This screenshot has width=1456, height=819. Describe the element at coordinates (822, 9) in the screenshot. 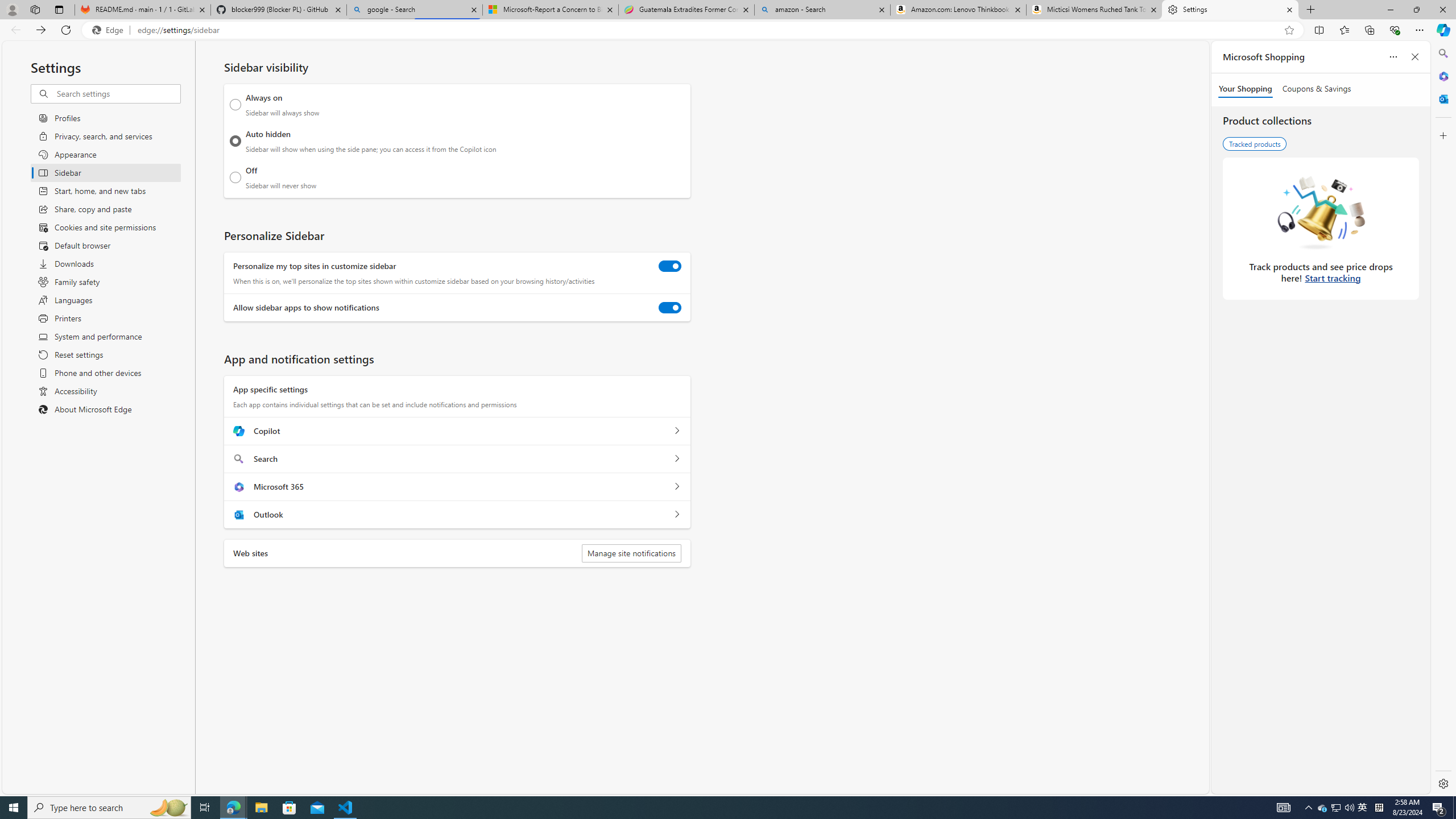

I see `'amazon - Search'` at that location.